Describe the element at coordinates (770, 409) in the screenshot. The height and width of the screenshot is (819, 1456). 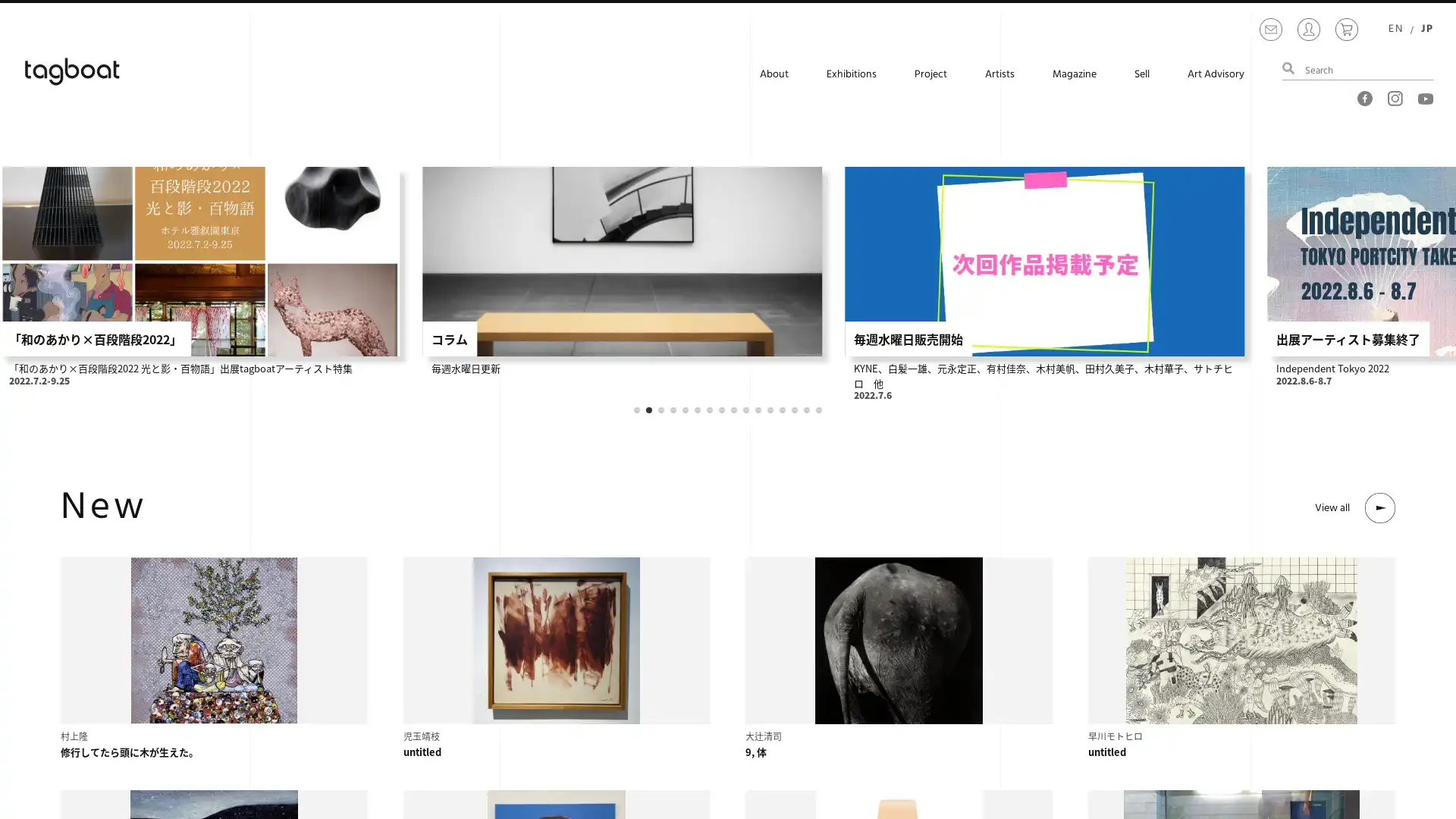
I see `Go to slide 12` at that location.